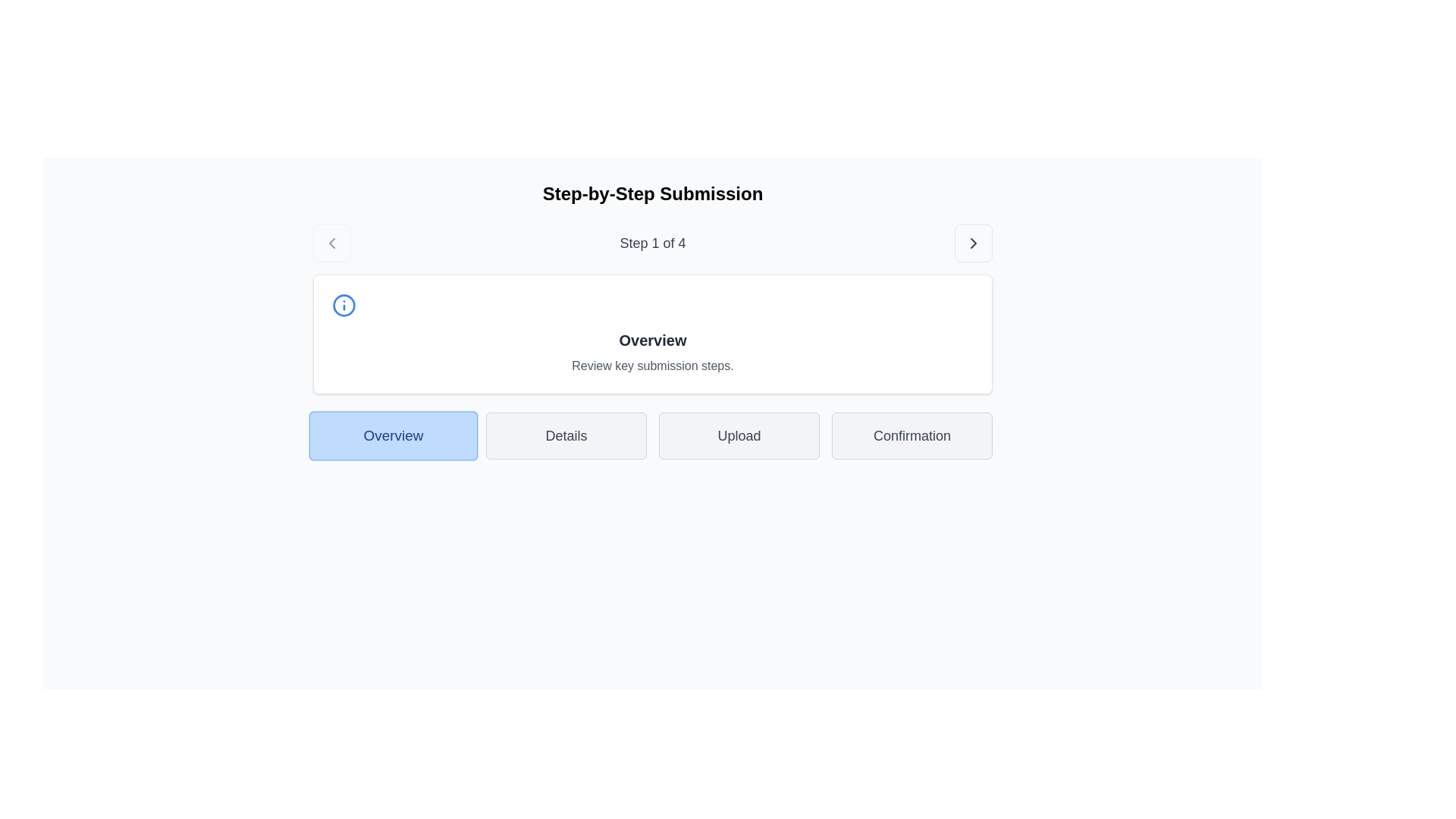 Image resolution: width=1456 pixels, height=819 pixels. I want to click on the circular part of the information symbol icon located centrally within the larger rectangular card component in the interface, so click(344, 305).